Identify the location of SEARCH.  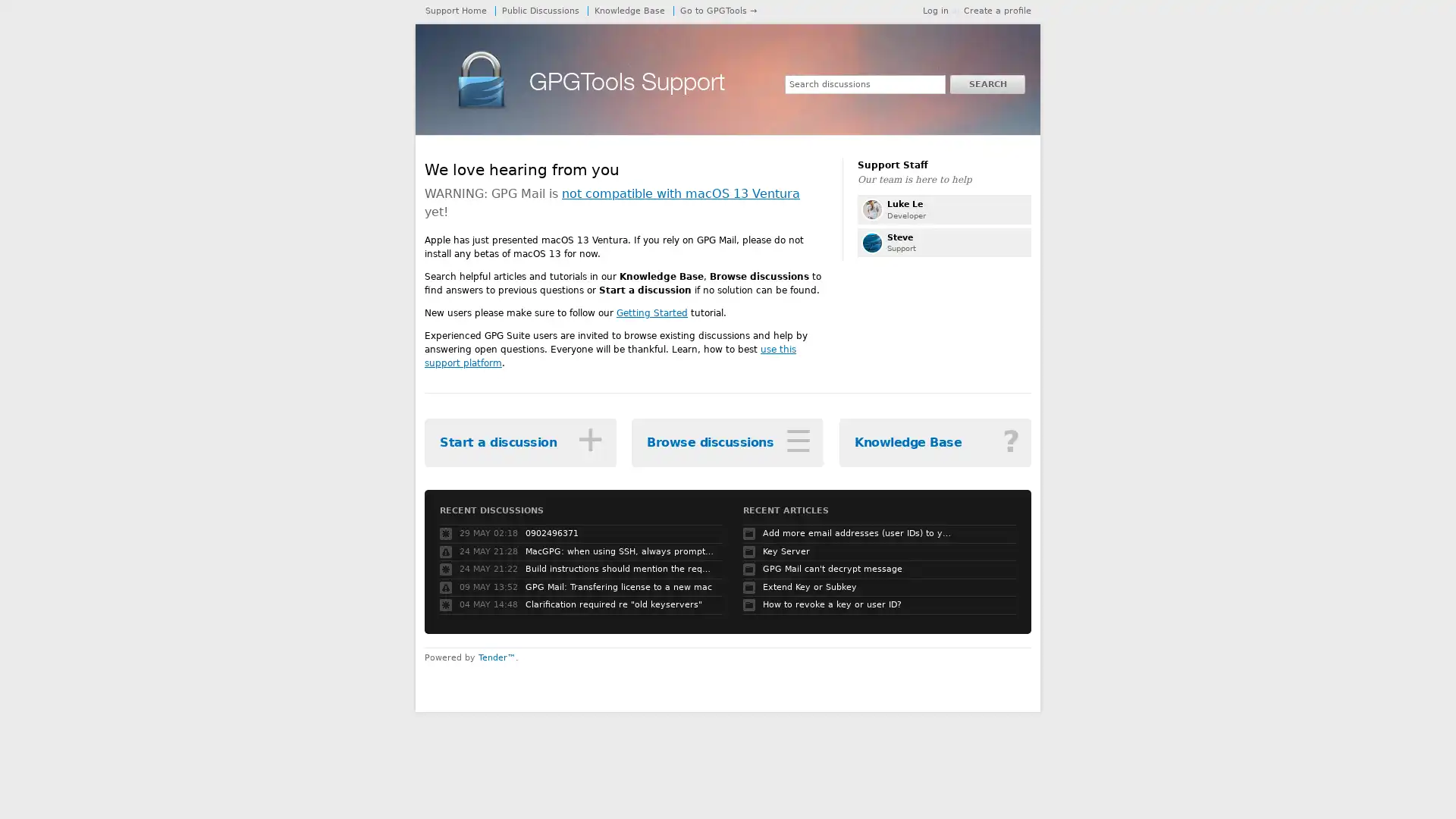
(987, 83).